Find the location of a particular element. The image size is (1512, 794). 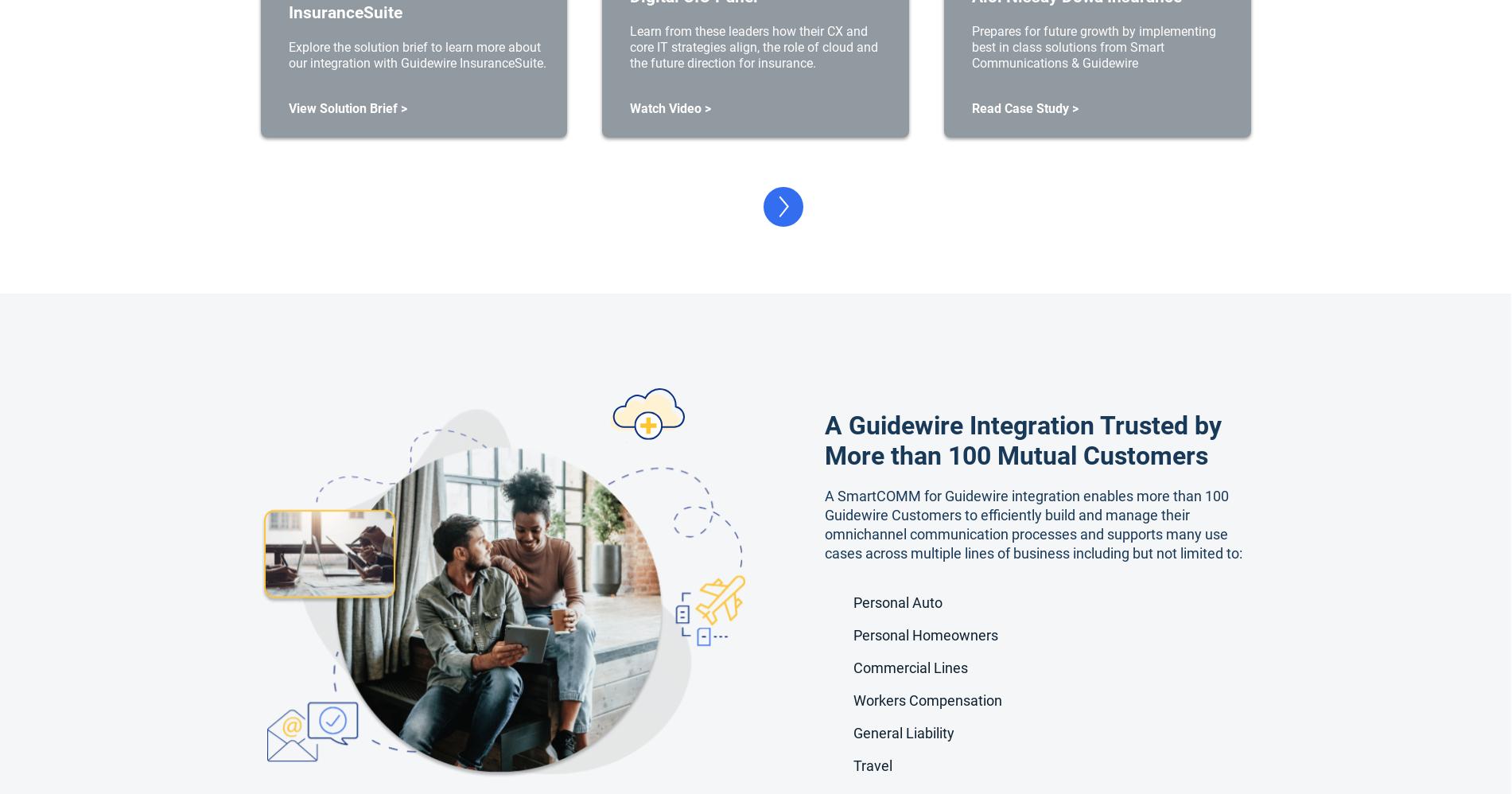

'Learn from these leaders how their CX and core IT strategies align, the role of cloud and the future direction for insurance.' is located at coordinates (754, 45).